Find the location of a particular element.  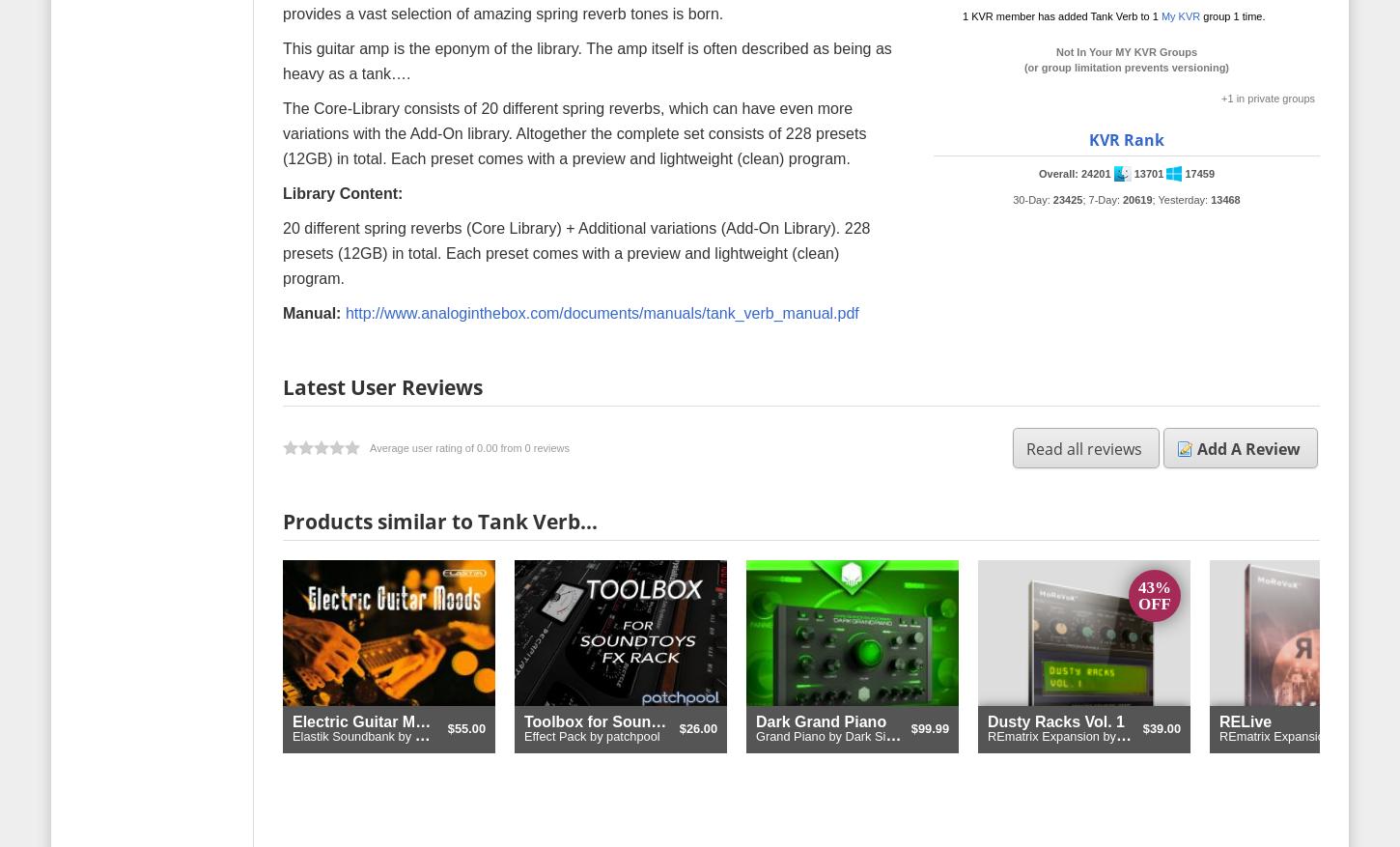

'23425' is located at coordinates (1050, 198).